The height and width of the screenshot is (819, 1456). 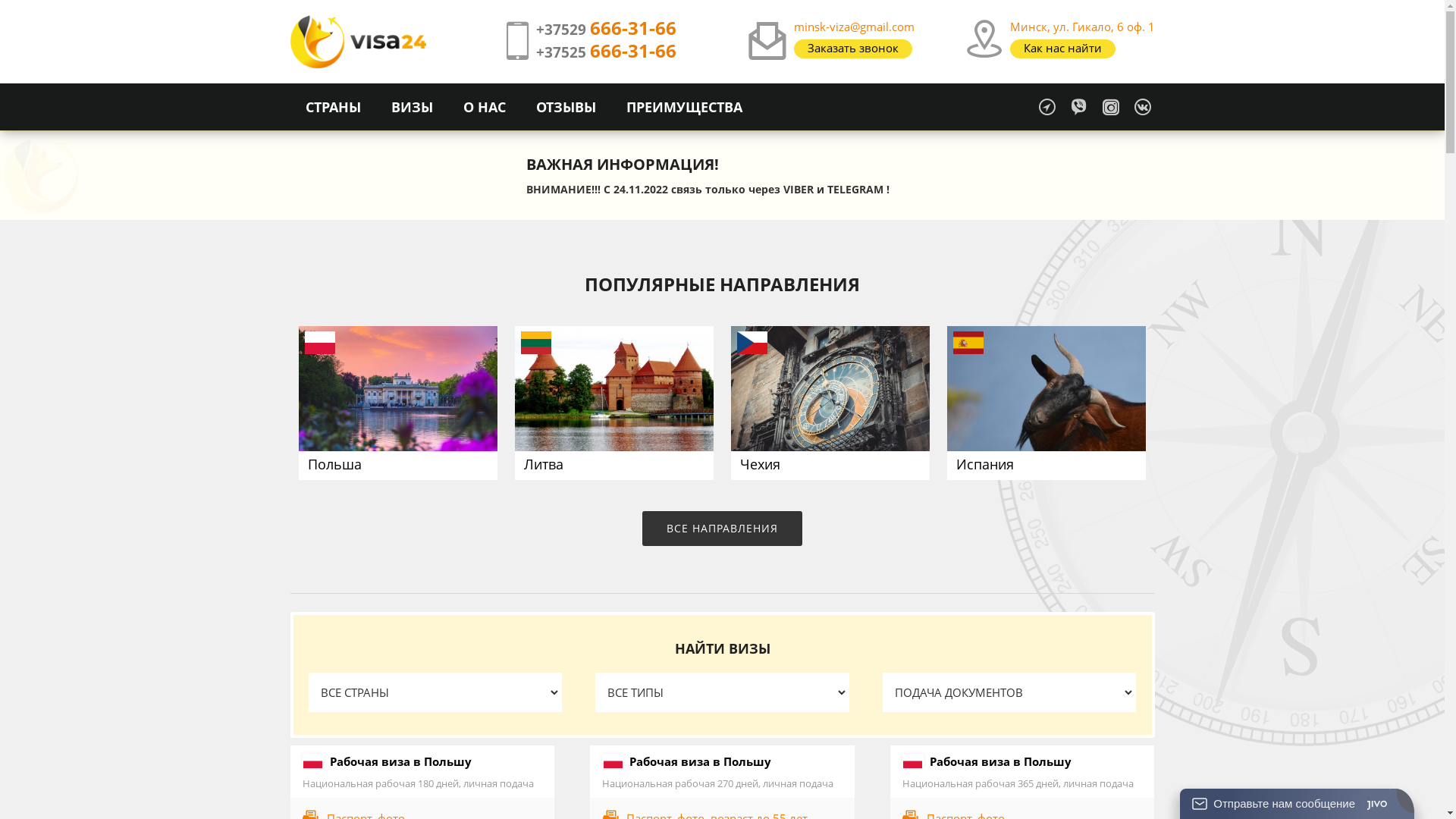 I want to click on '+37529 666-31-66', so click(x=604, y=29).